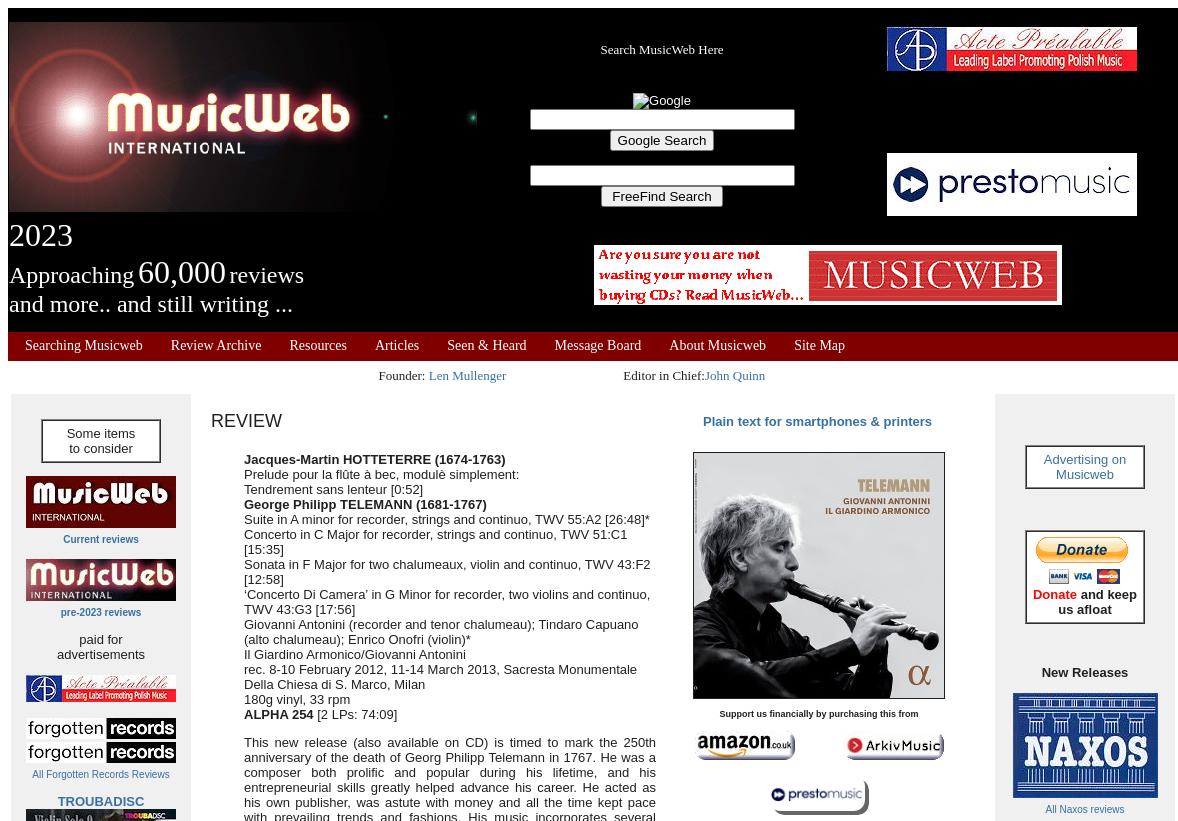 The width and height of the screenshot is (1178, 821). I want to click on 'paid for', so click(99, 638).